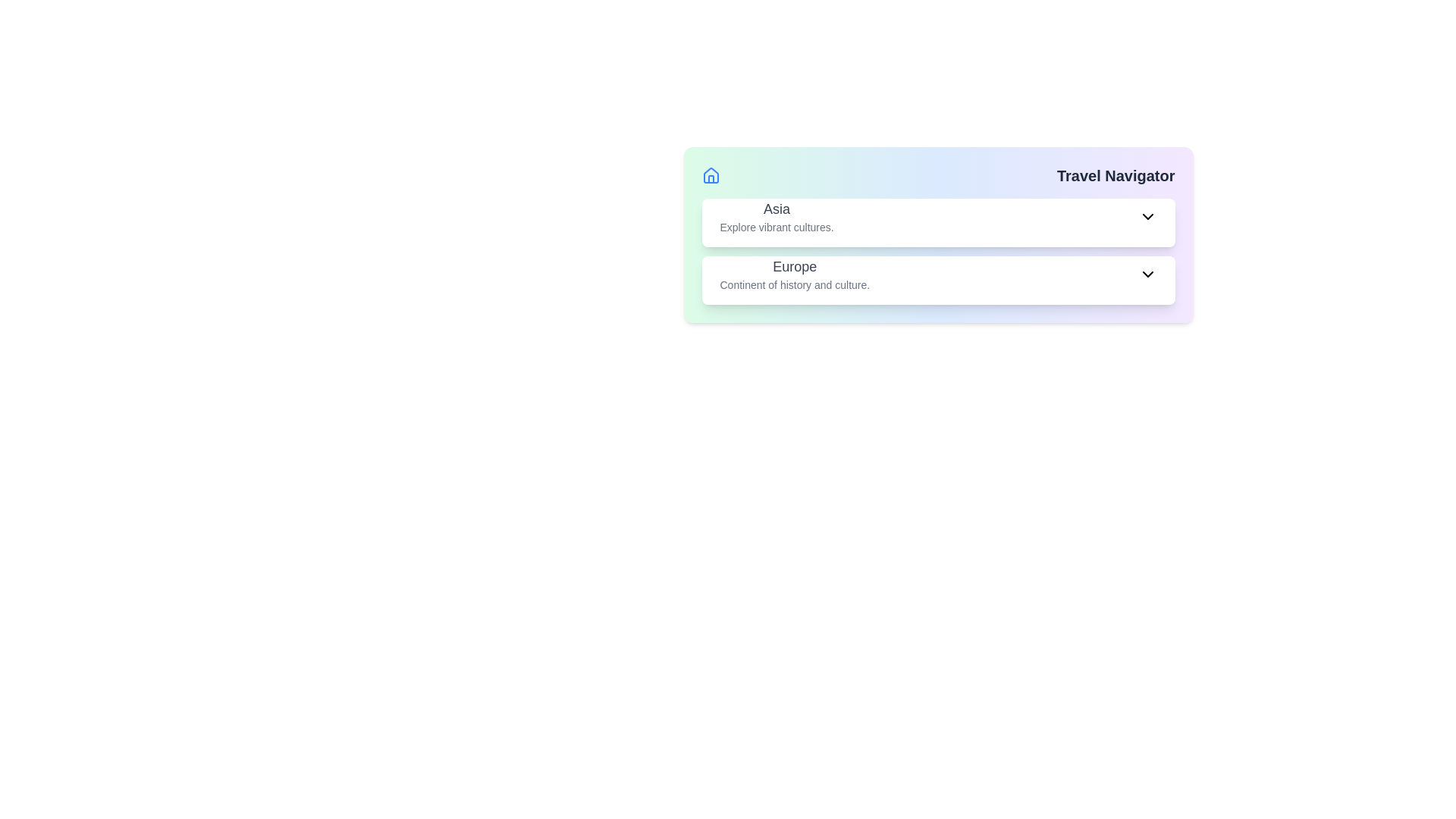  I want to click on the descriptive text beneath the title 'Asia' to associate this information with the title above, so click(777, 227).